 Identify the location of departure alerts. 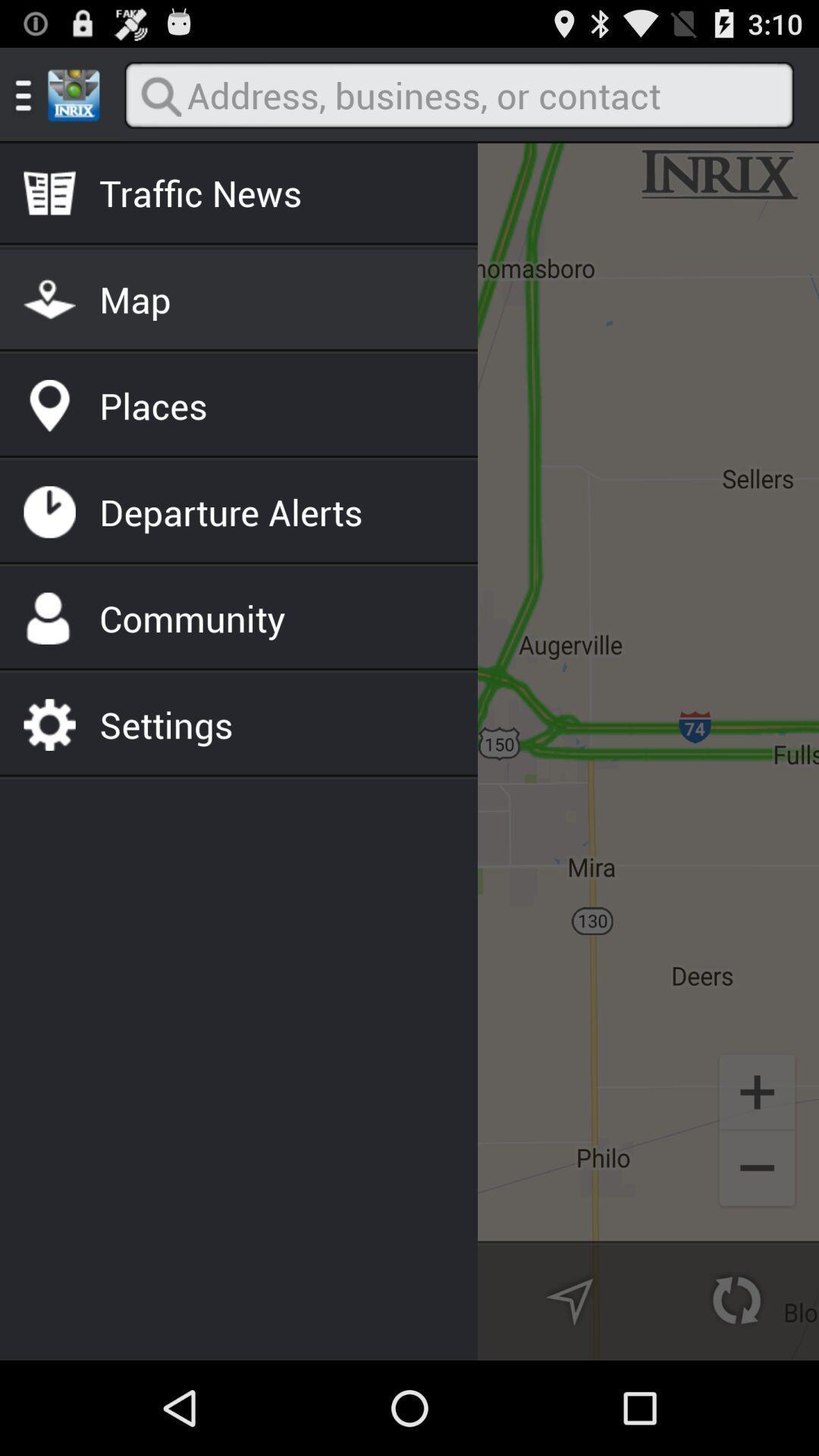
(231, 512).